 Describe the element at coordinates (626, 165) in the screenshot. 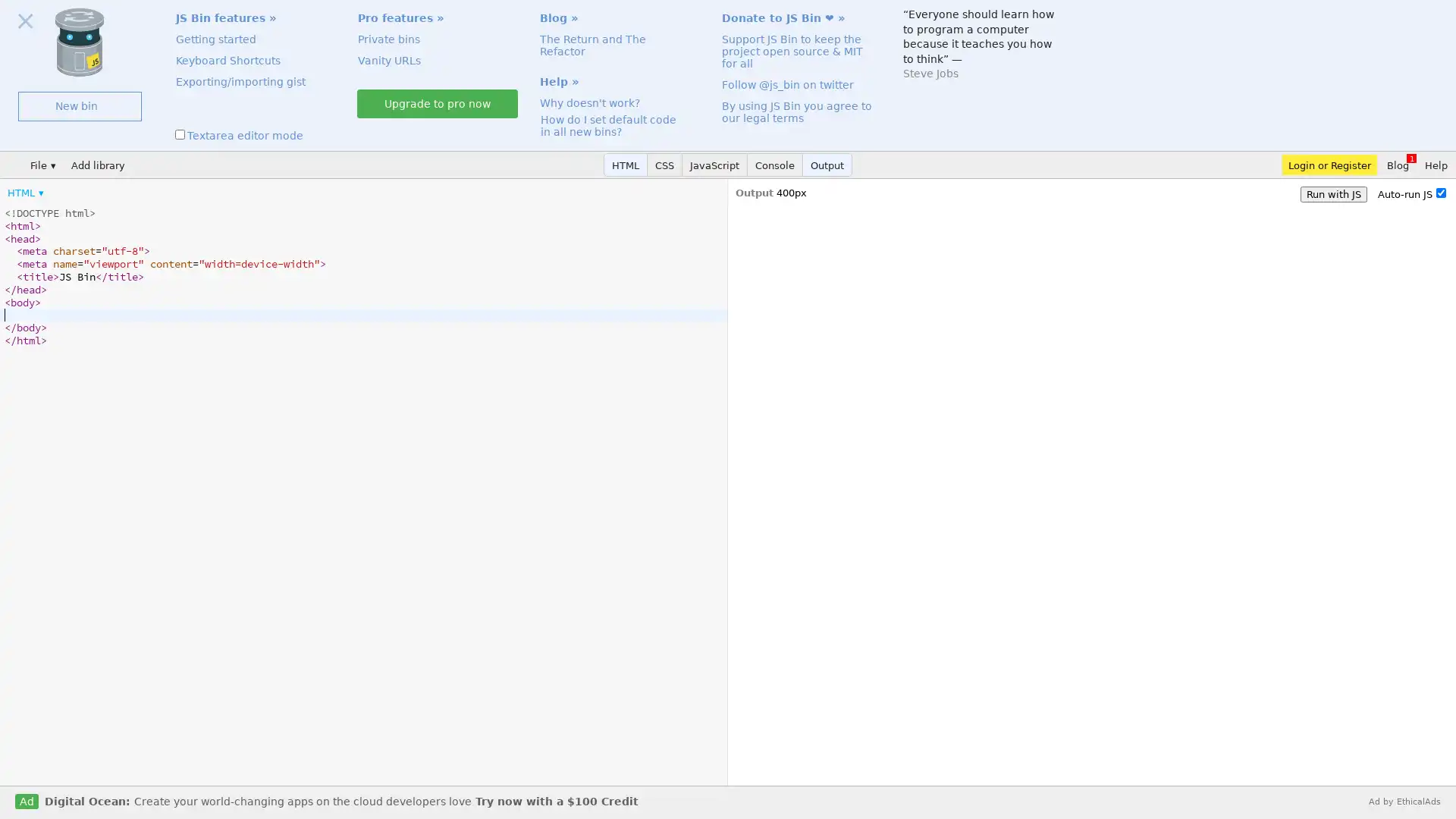

I see `HTML Panel: Active` at that location.